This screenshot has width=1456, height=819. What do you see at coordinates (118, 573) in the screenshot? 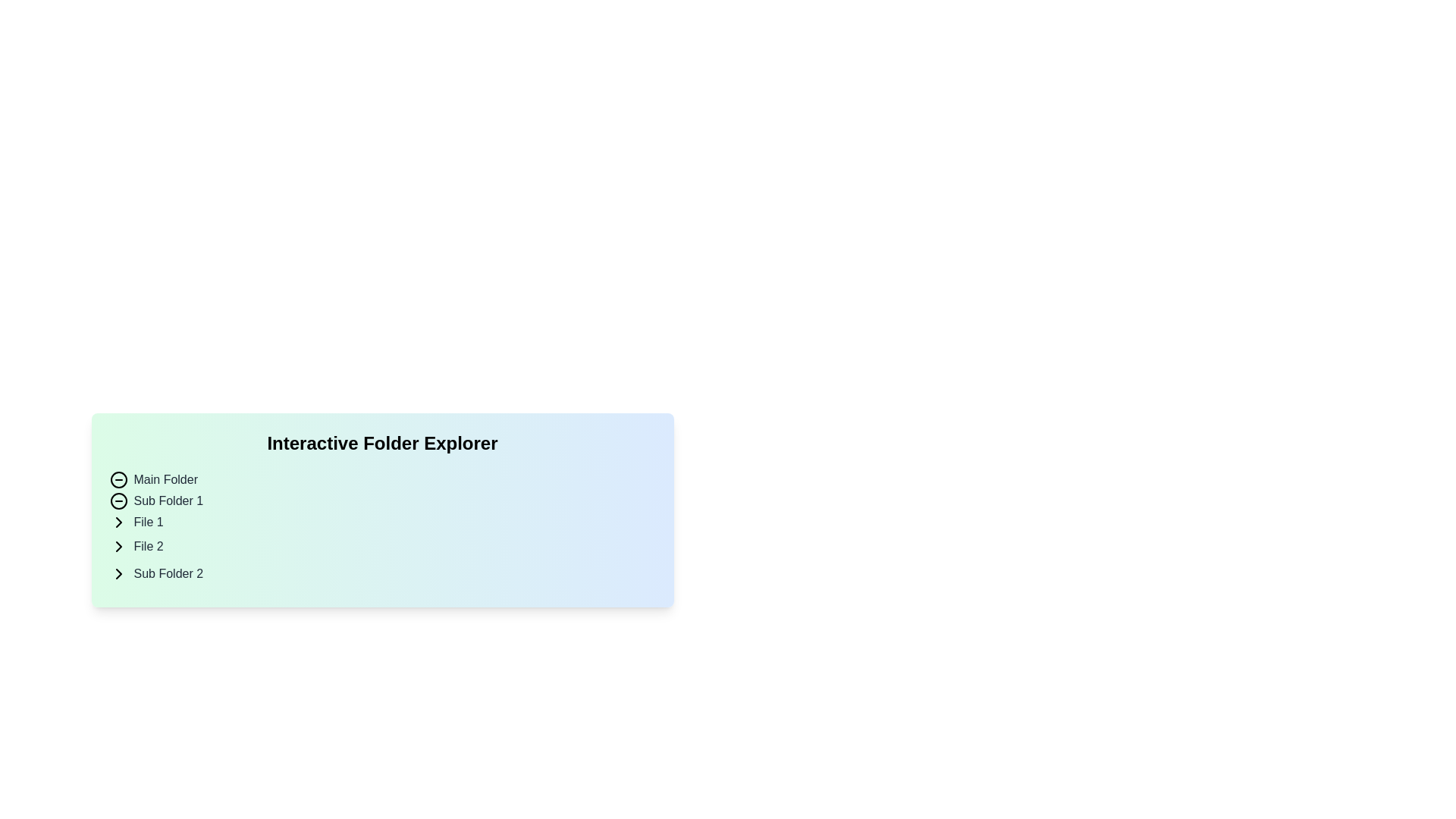
I see `the right-facing chevron arrow icon for 'Sub Folder 2' in the file explorer to expand or collapse its contents` at bounding box center [118, 573].